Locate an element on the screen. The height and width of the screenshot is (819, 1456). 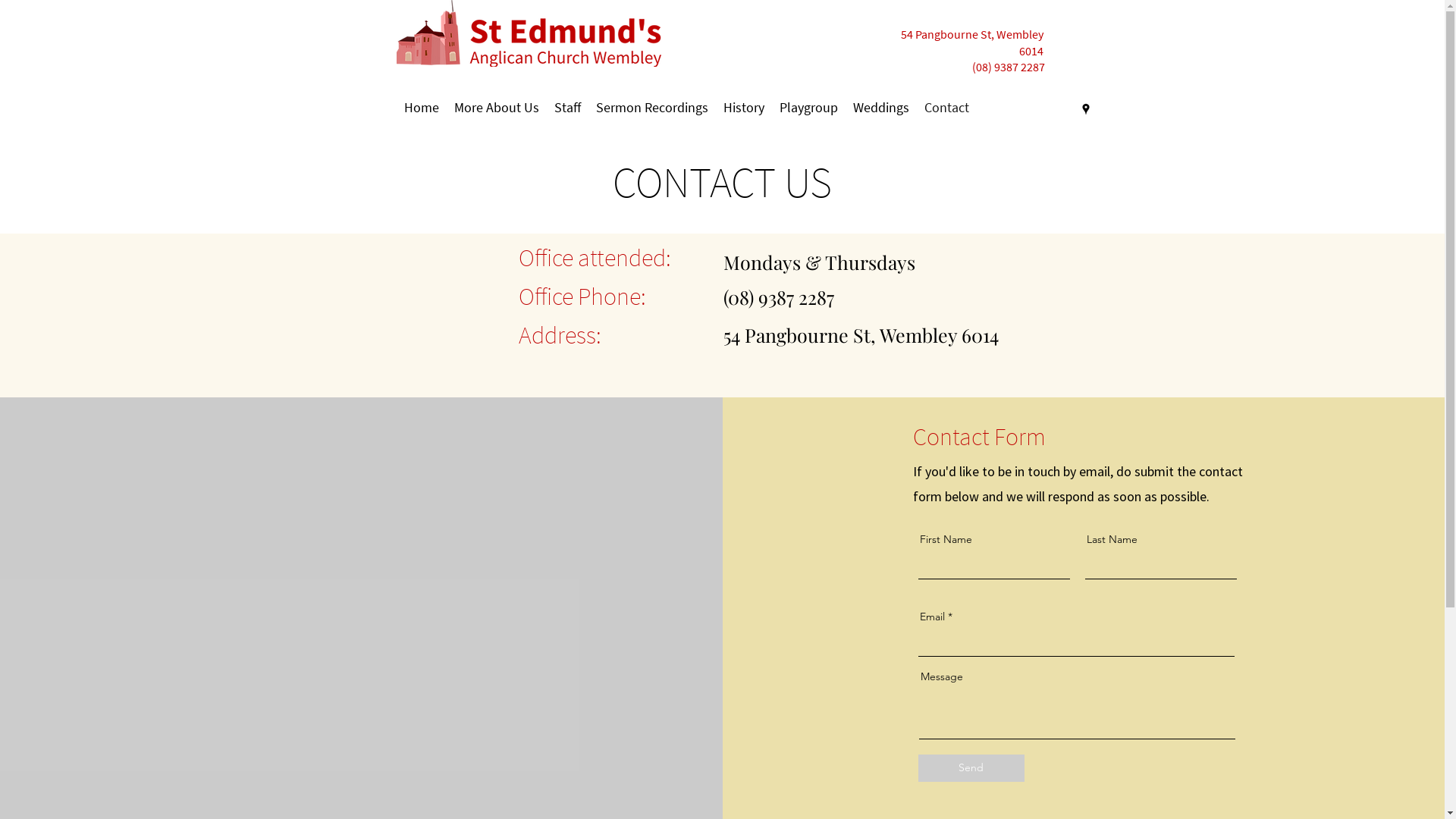
'Send' is located at coordinates (971, 768).